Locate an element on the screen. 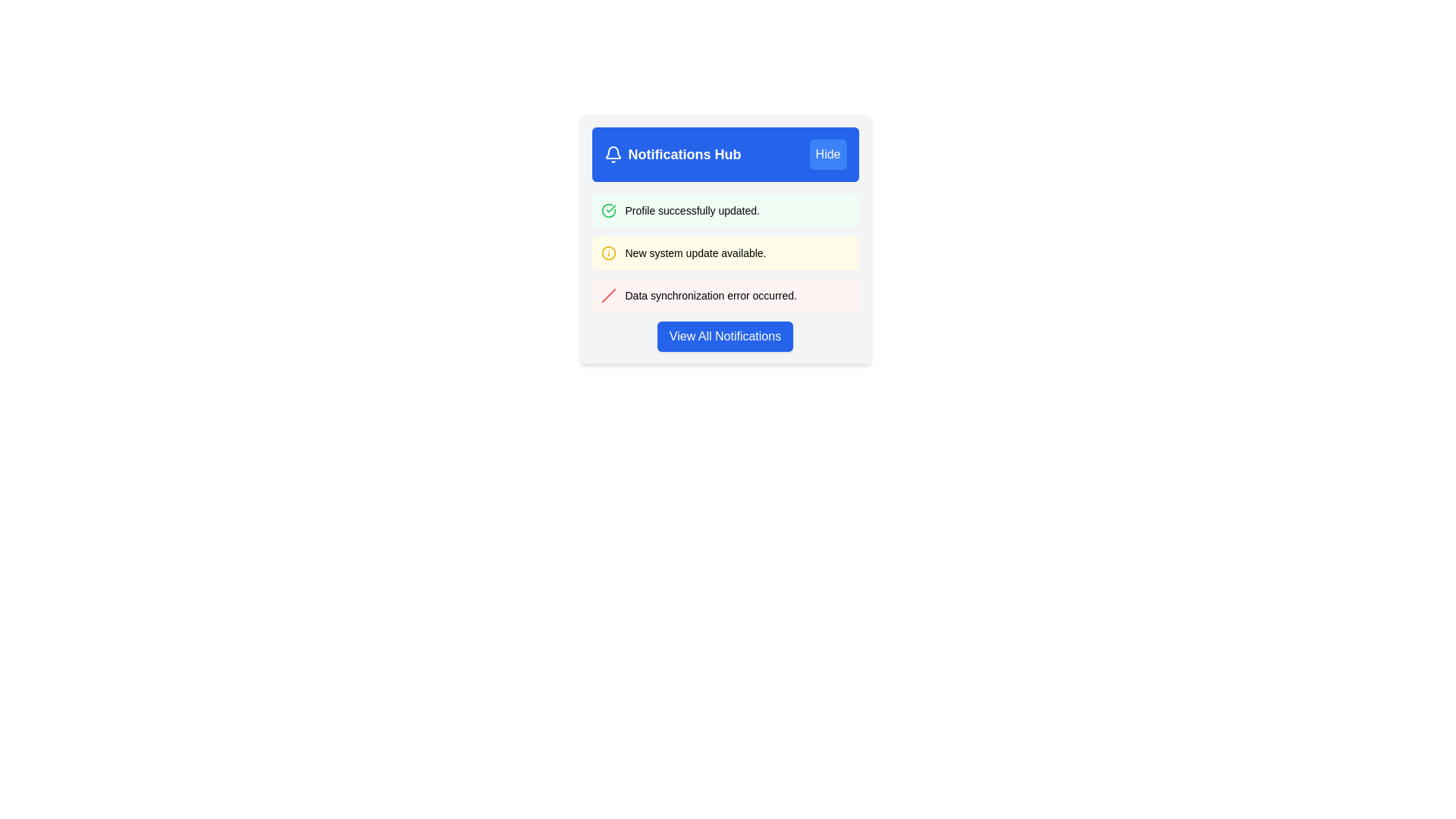 This screenshot has width=1456, height=819. the curved line segment of the blue notification bell icon located in the top-left corner of the blue header section in the notification panel is located at coordinates (613, 152).